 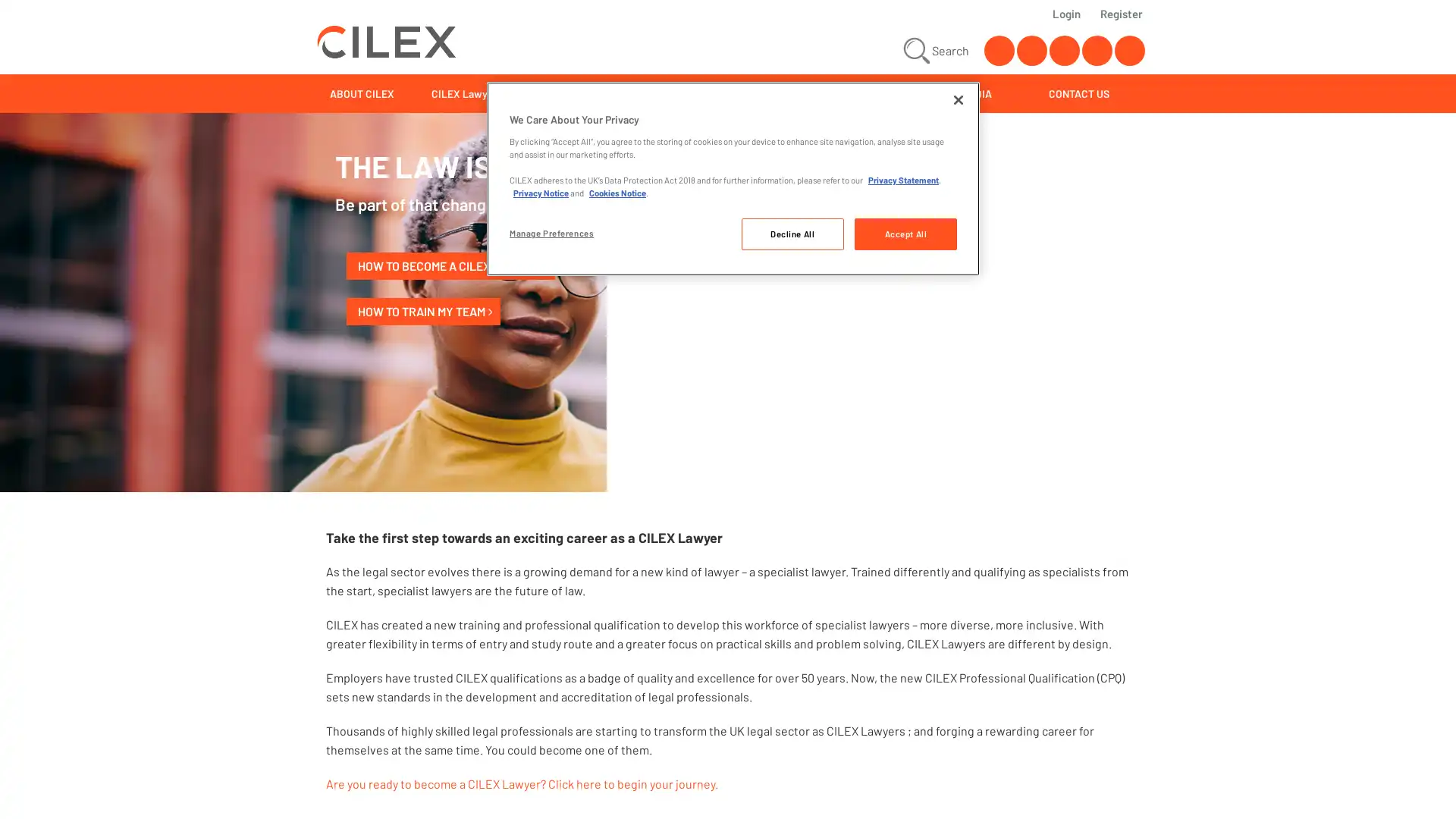 What do you see at coordinates (905, 234) in the screenshot?
I see `Accept All` at bounding box center [905, 234].